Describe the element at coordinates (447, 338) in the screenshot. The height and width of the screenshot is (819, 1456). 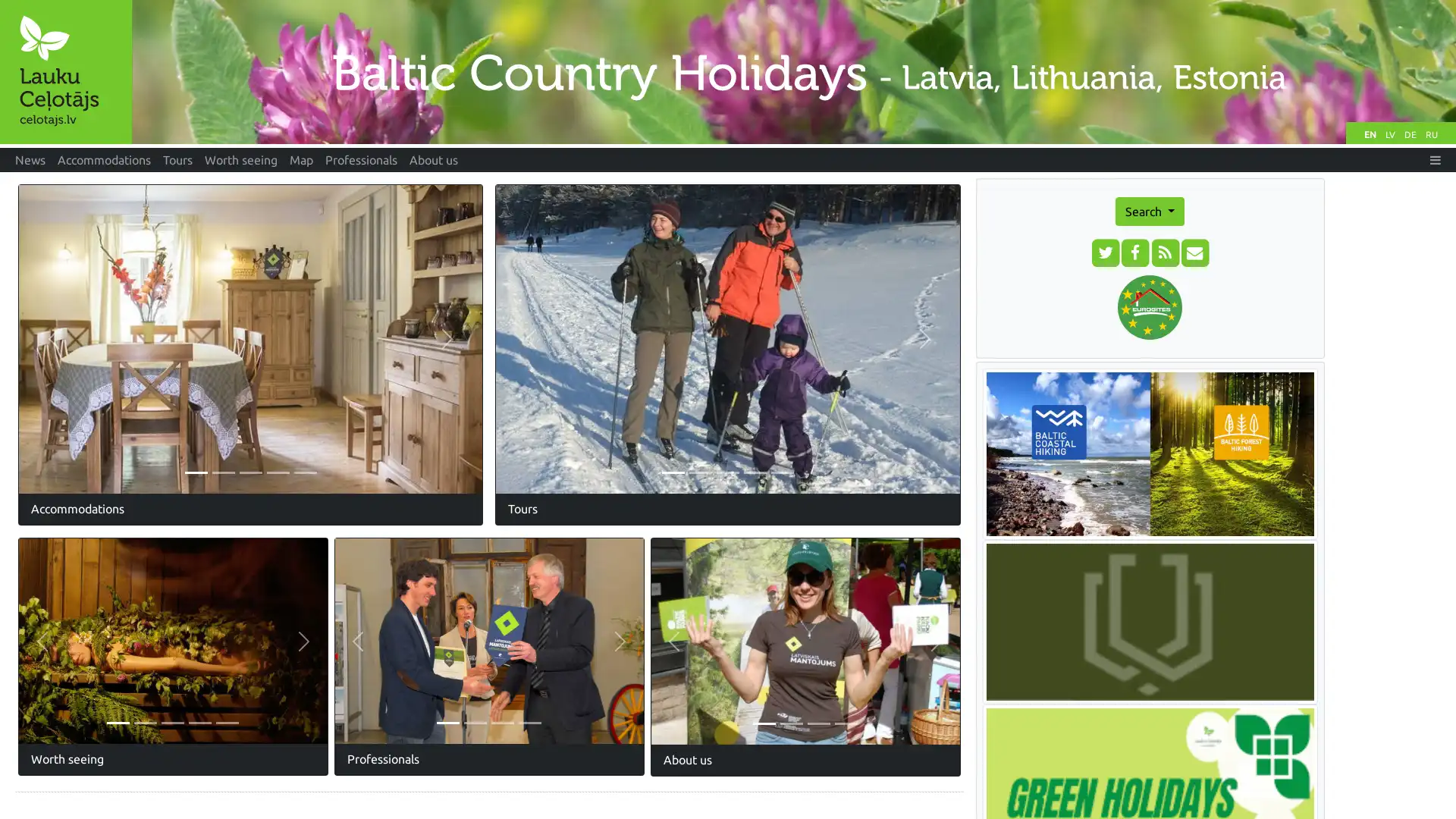
I see `Next` at that location.